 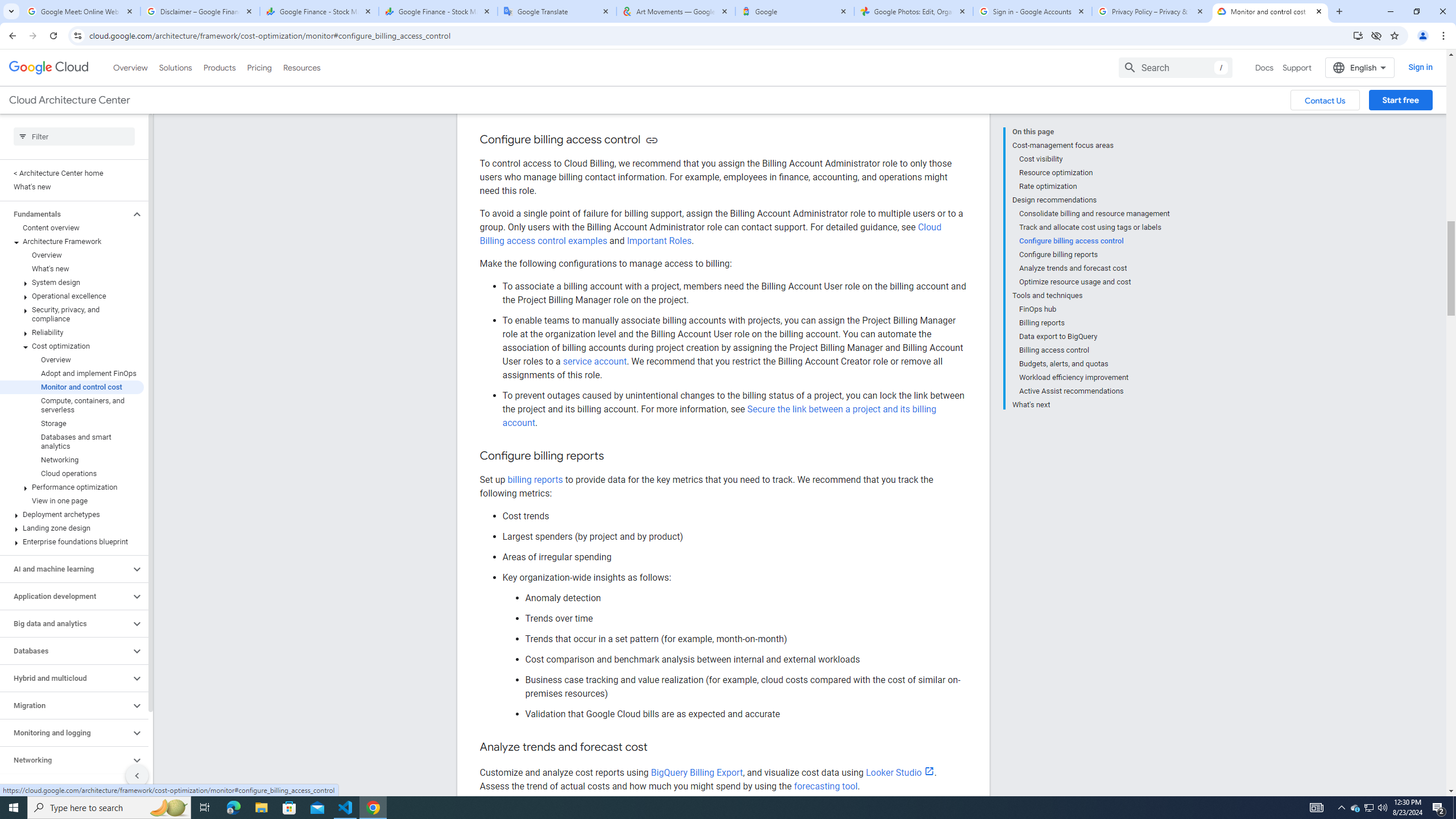 What do you see at coordinates (72, 423) in the screenshot?
I see `'Storage'` at bounding box center [72, 423].